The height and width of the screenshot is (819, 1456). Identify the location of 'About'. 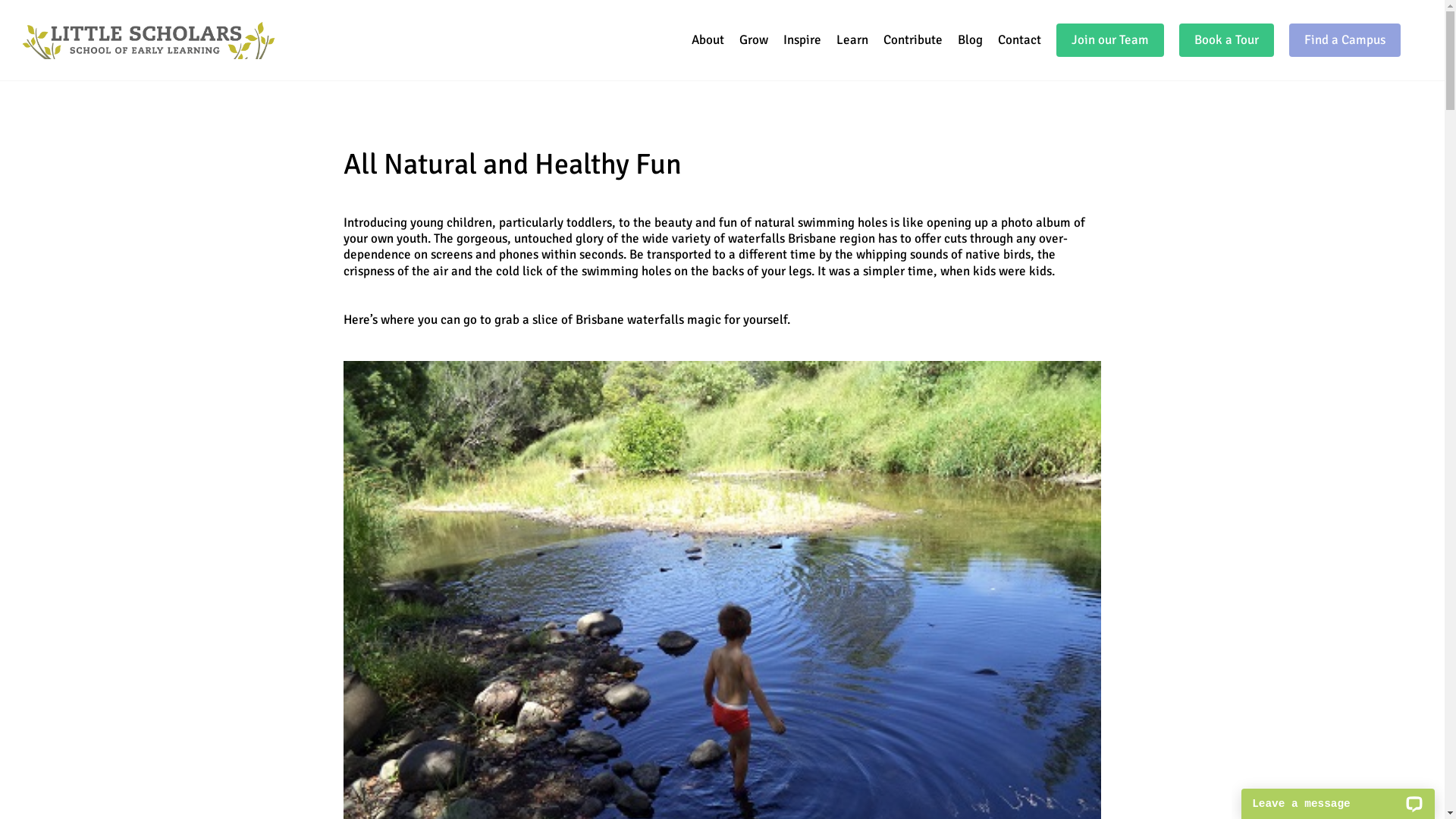
(707, 39).